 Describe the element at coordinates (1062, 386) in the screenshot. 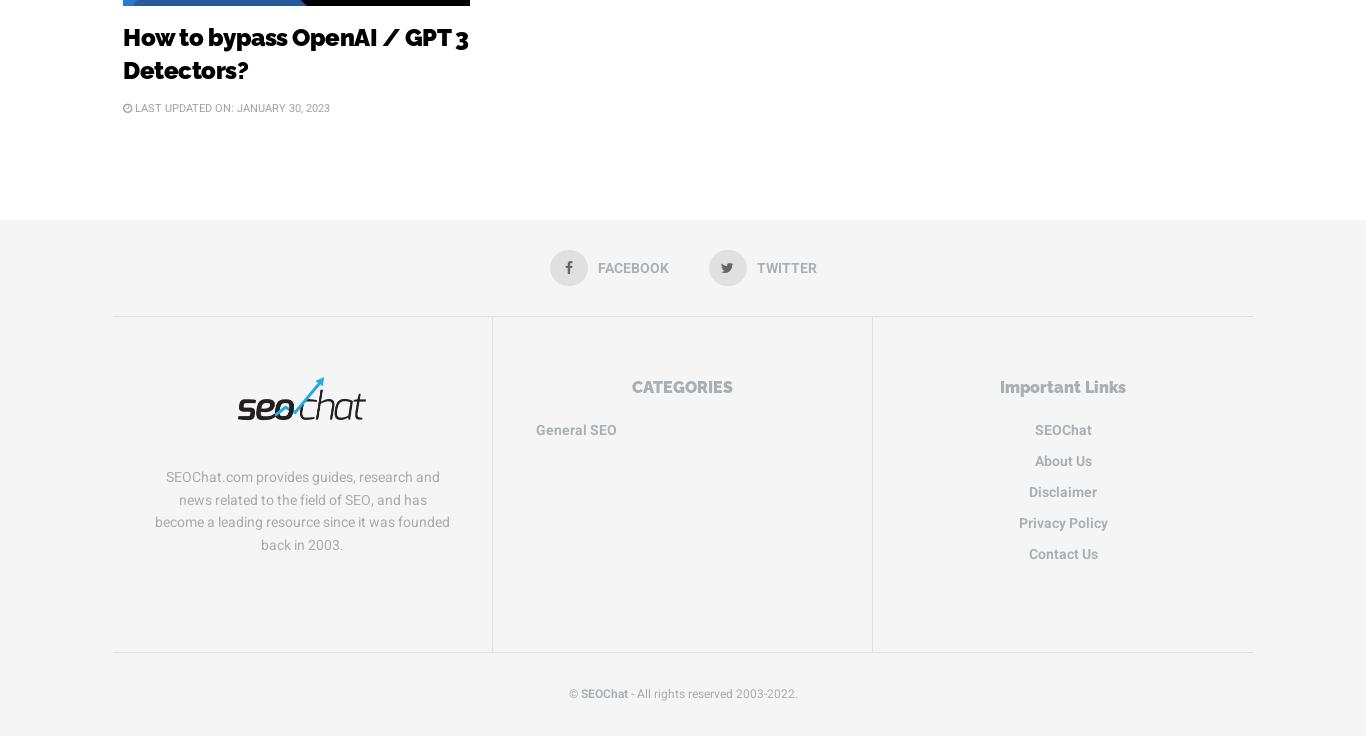

I see `'Important Links'` at that location.